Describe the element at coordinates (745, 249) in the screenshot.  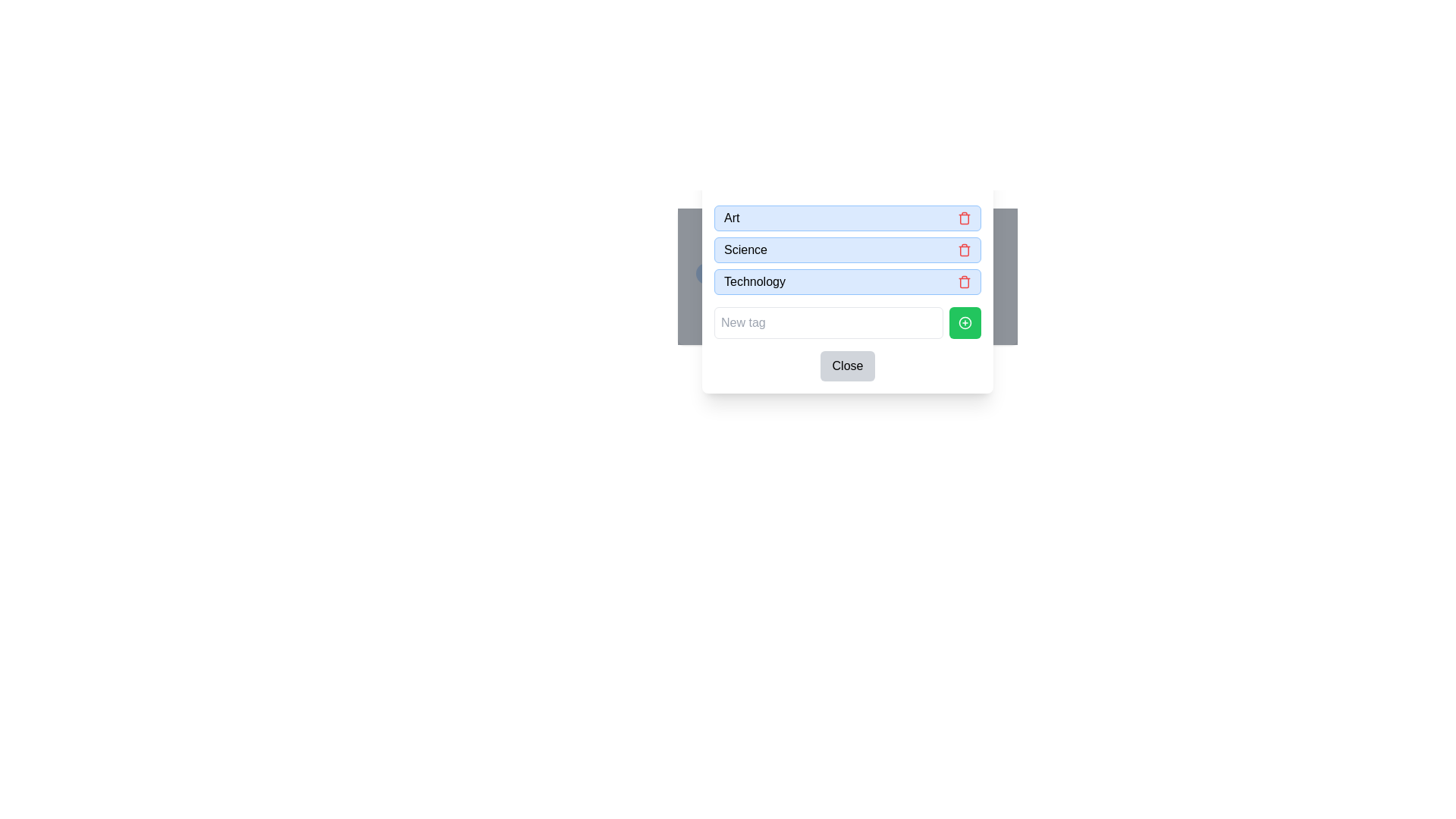
I see `the 'Science' label` at that location.